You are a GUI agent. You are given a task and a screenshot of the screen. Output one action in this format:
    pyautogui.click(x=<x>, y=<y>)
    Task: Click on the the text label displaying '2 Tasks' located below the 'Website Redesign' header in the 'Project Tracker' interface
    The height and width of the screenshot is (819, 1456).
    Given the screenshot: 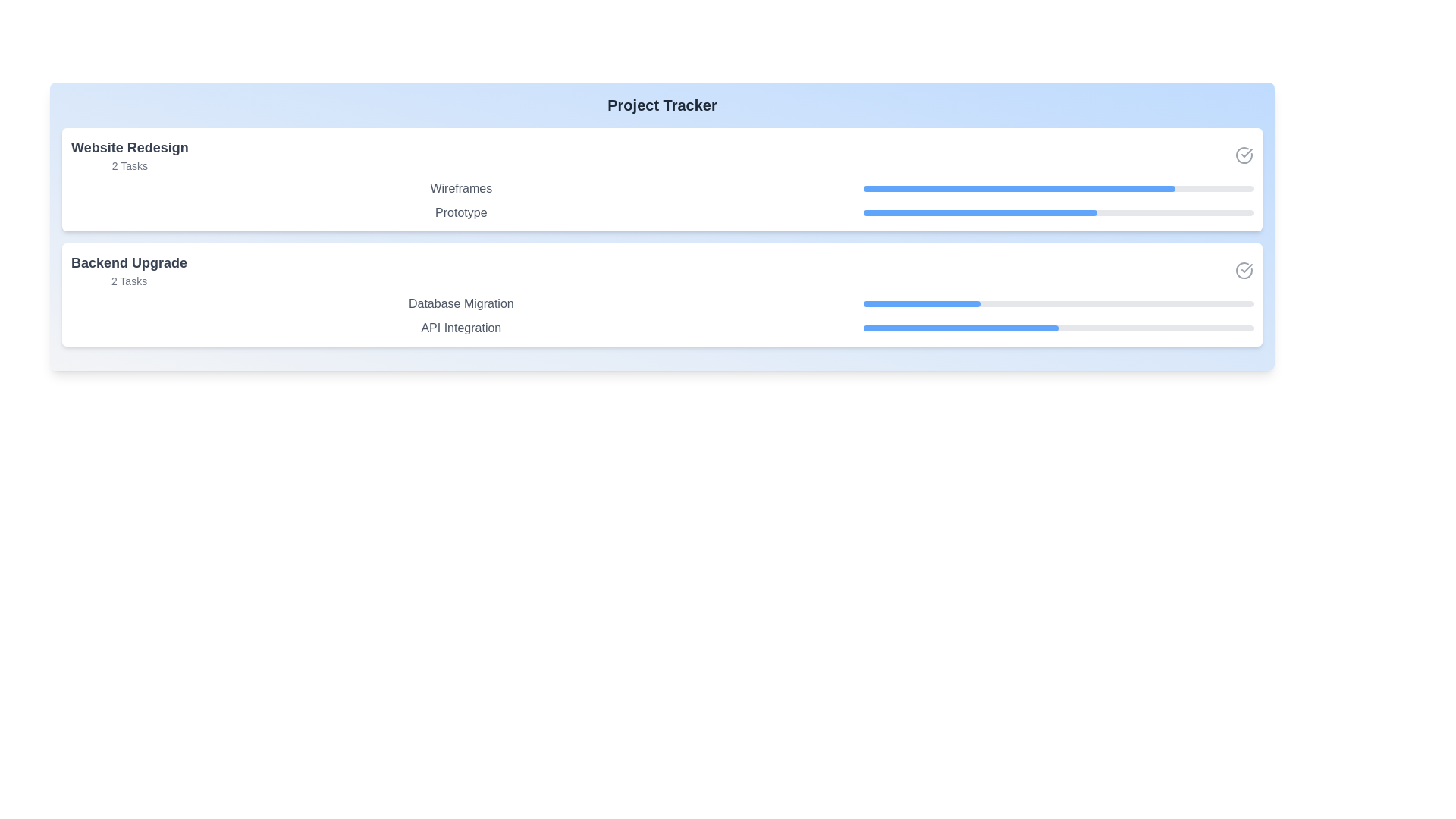 What is the action you would take?
    pyautogui.click(x=130, y=166)
    